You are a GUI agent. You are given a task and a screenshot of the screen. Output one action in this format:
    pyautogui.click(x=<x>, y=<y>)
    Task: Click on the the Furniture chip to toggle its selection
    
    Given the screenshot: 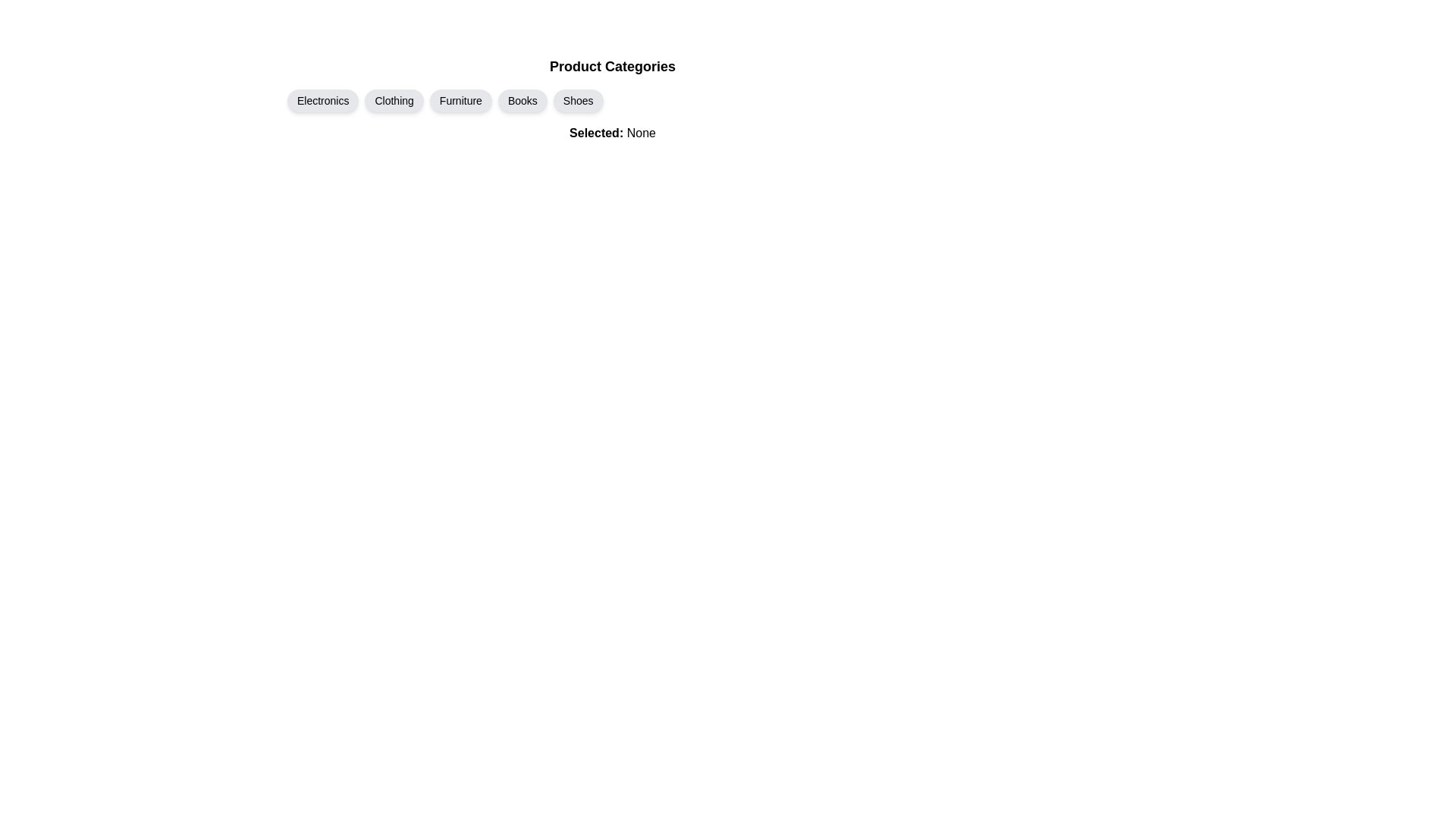 What is the action you would take?
    pyautogui.click(x=460, y=100)
    